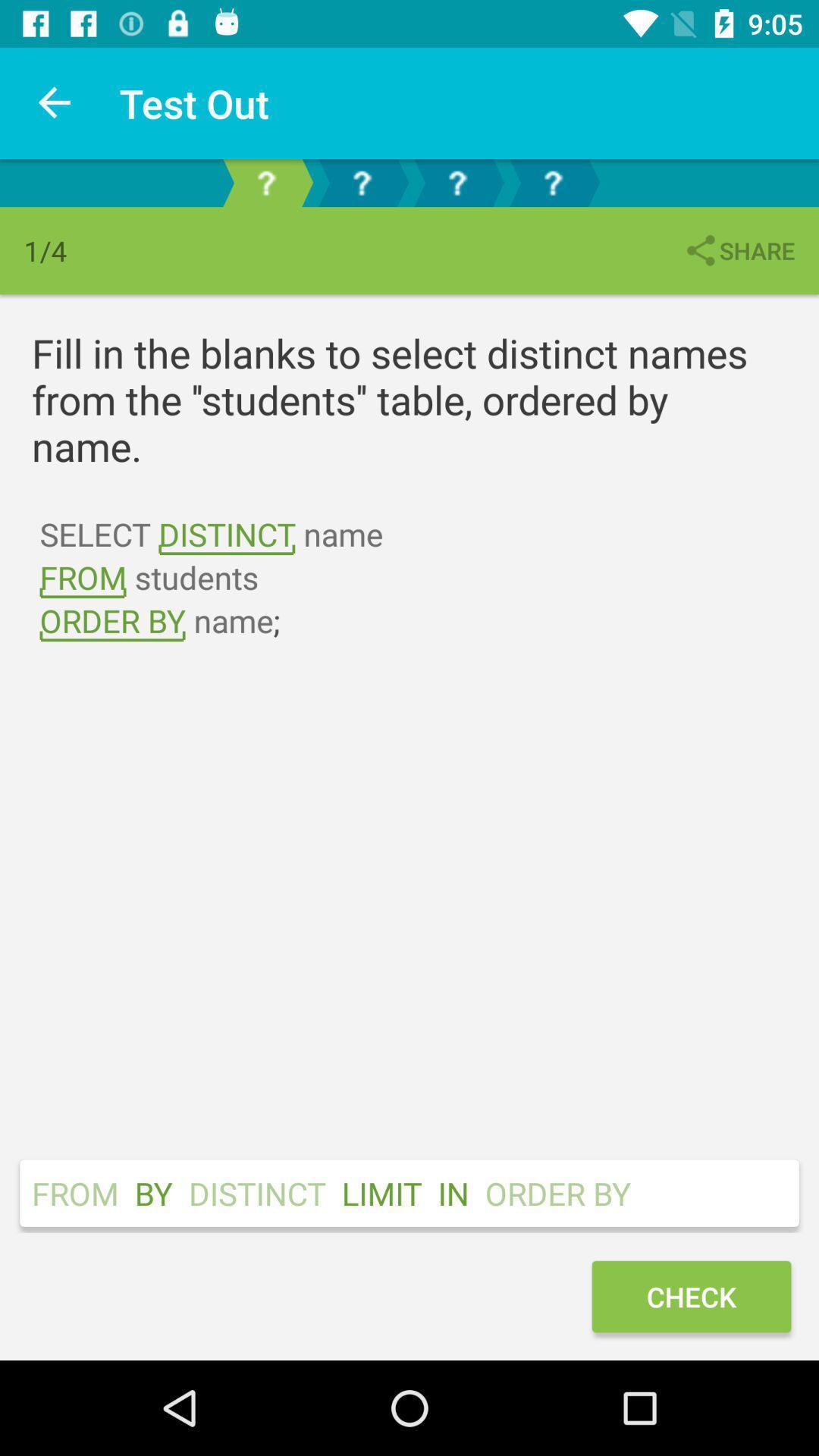 The image size is (819, 1456). I want to click on the help icon, so click(553, 182).